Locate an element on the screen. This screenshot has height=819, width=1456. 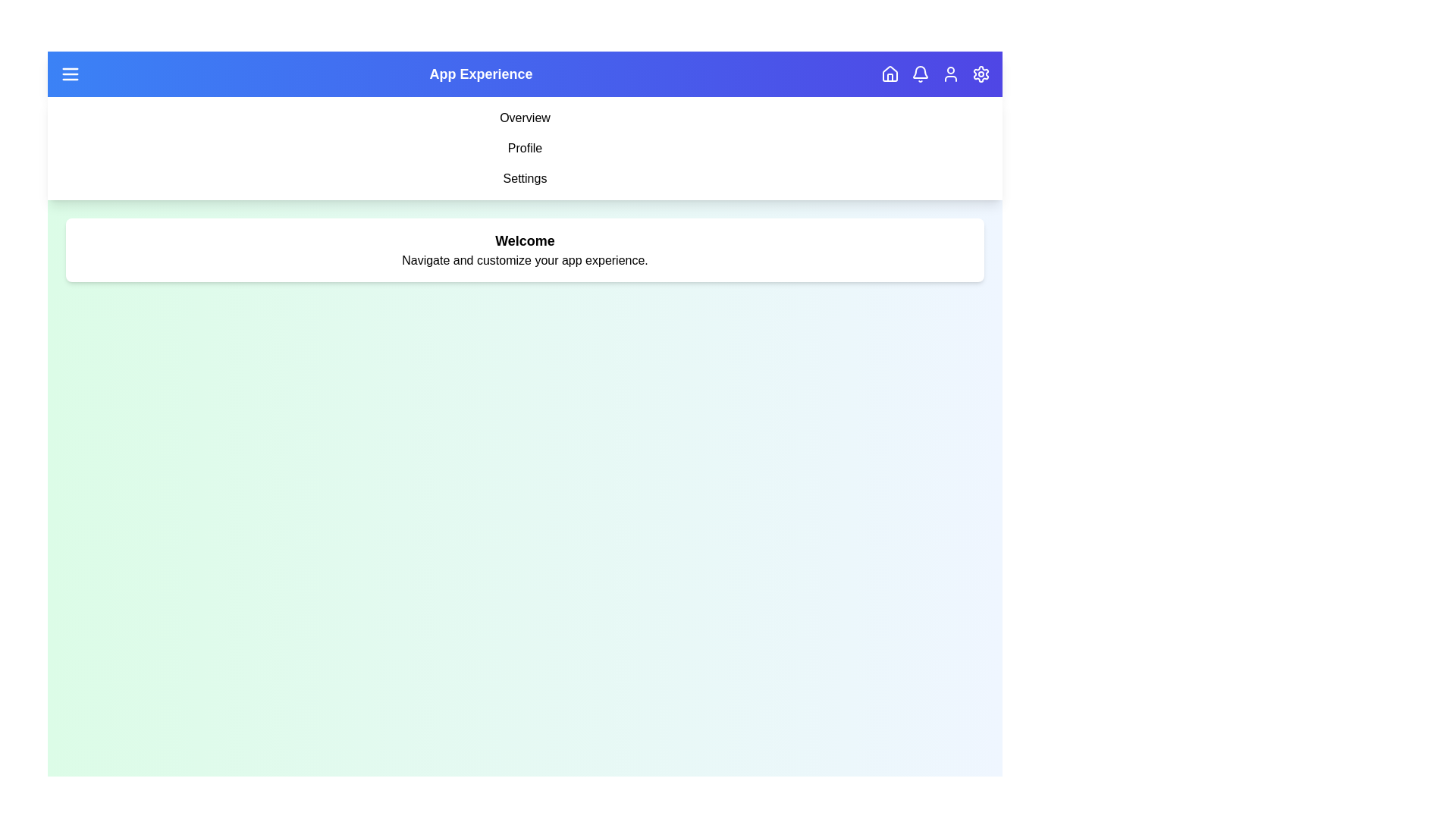
the header text to inspect its context is located at coordinates (480, 74).